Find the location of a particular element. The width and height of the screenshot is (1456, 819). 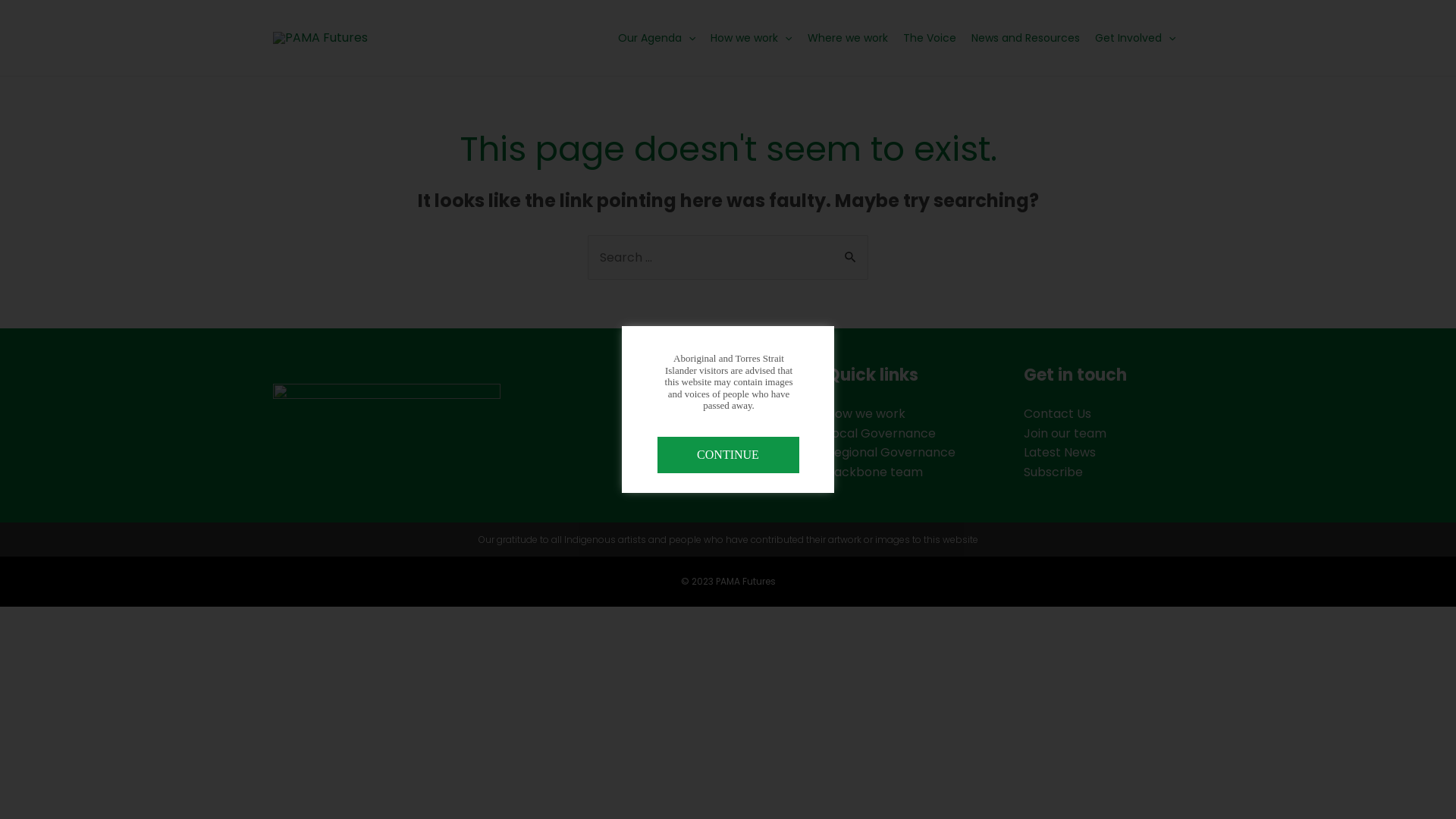

'Backbone team' is located at coordinates (874, 471).